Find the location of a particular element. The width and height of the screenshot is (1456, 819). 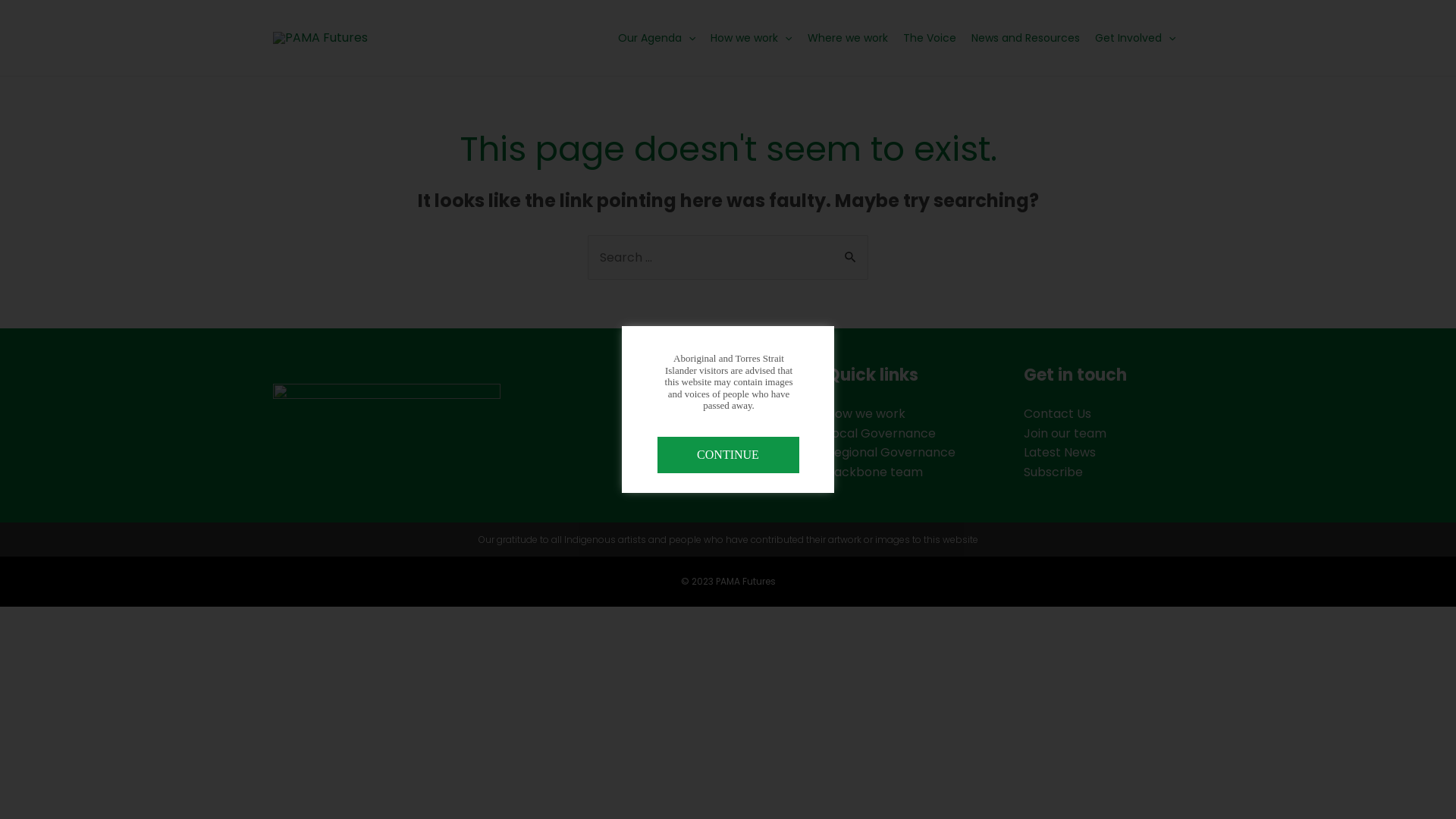

'Backbone team' is located at coordinates (874, 471).